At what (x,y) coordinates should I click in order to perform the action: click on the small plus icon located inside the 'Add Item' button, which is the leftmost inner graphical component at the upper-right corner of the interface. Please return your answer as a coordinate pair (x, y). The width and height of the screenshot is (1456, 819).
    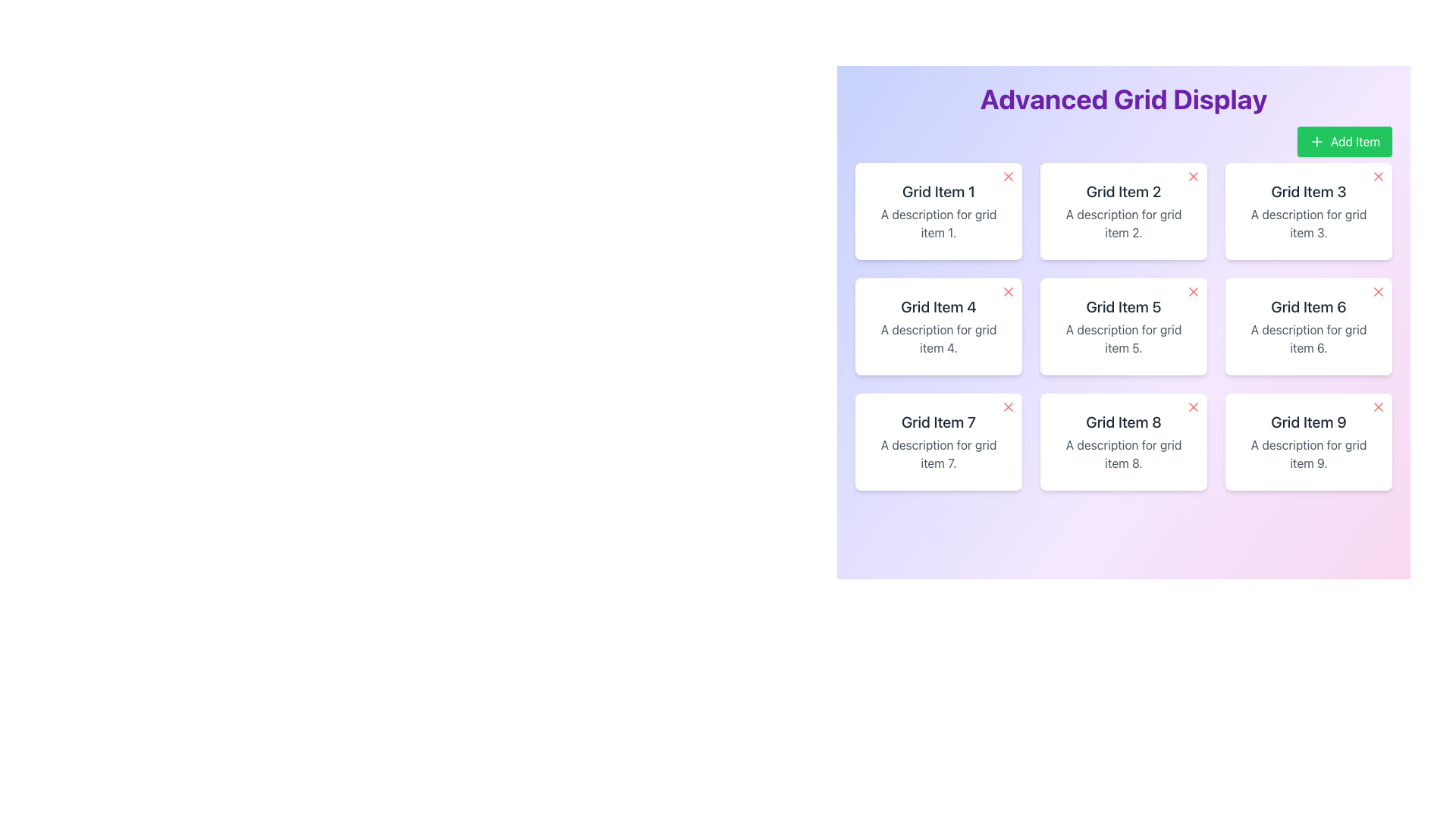
    Looking at the image, I should click on (1316, 141).